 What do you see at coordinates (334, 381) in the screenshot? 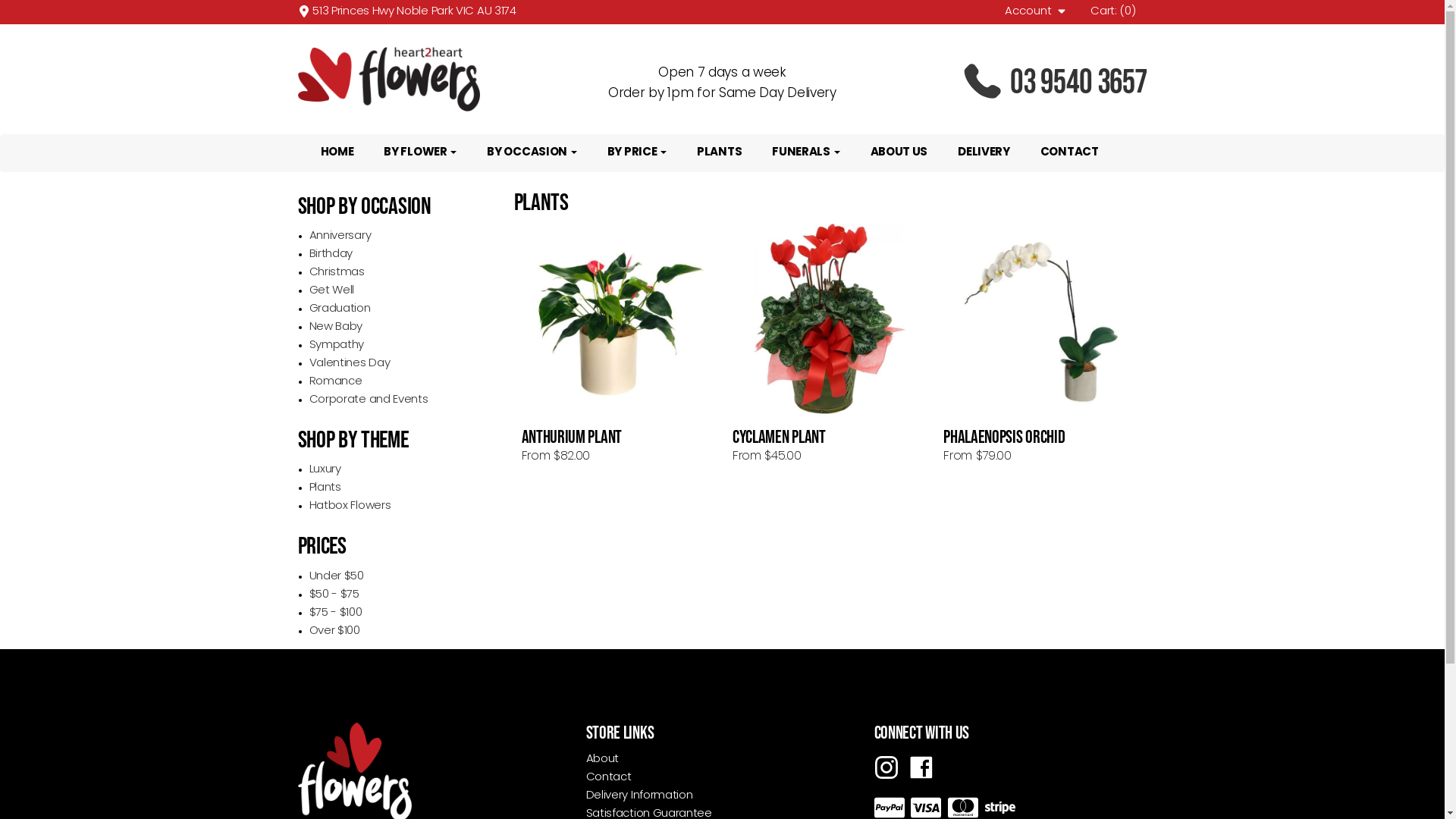
I see `'Romance'` at bounding box center [334, 381].